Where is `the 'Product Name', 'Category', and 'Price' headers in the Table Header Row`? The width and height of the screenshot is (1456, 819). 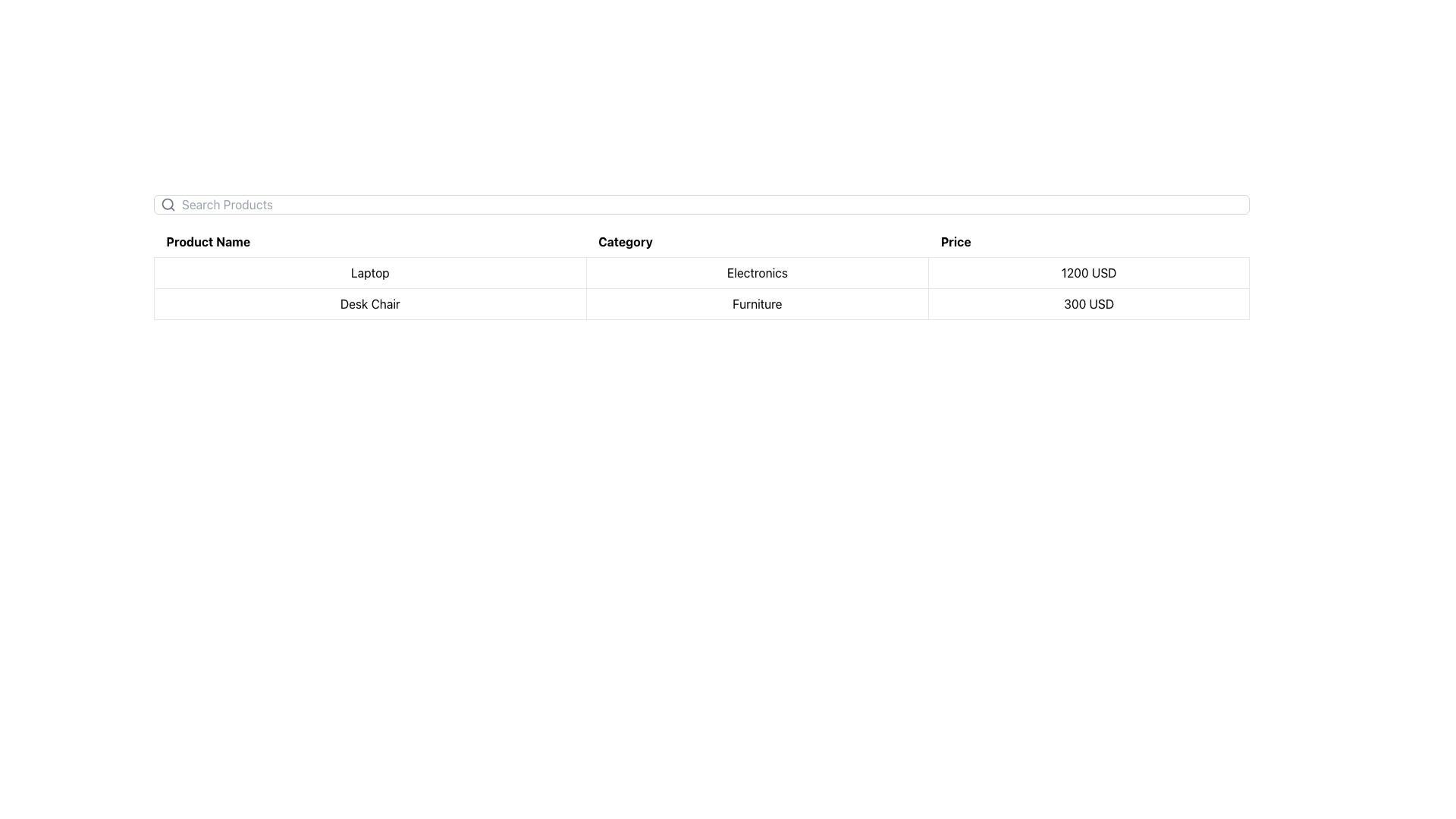
the 'Product Name', 'Category', and 'Price' headers in the Table Header Row is located at coordinates (701, 241).